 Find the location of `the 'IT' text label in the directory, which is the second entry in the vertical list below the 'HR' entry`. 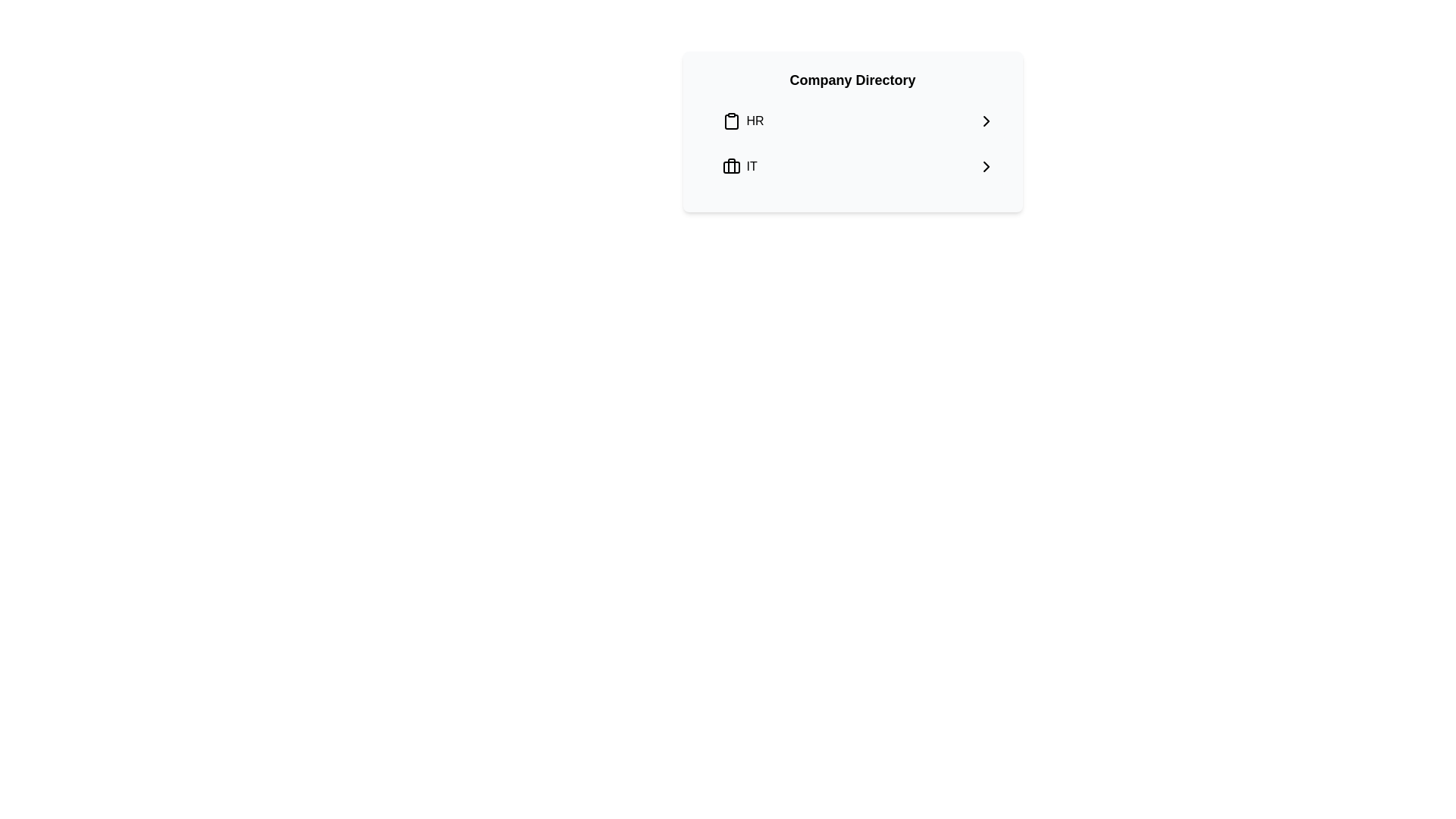

the 'IT' text label in the directory, which is the second entry in the vertical list below the 'HR' entry is located at coordinates (752, 166).